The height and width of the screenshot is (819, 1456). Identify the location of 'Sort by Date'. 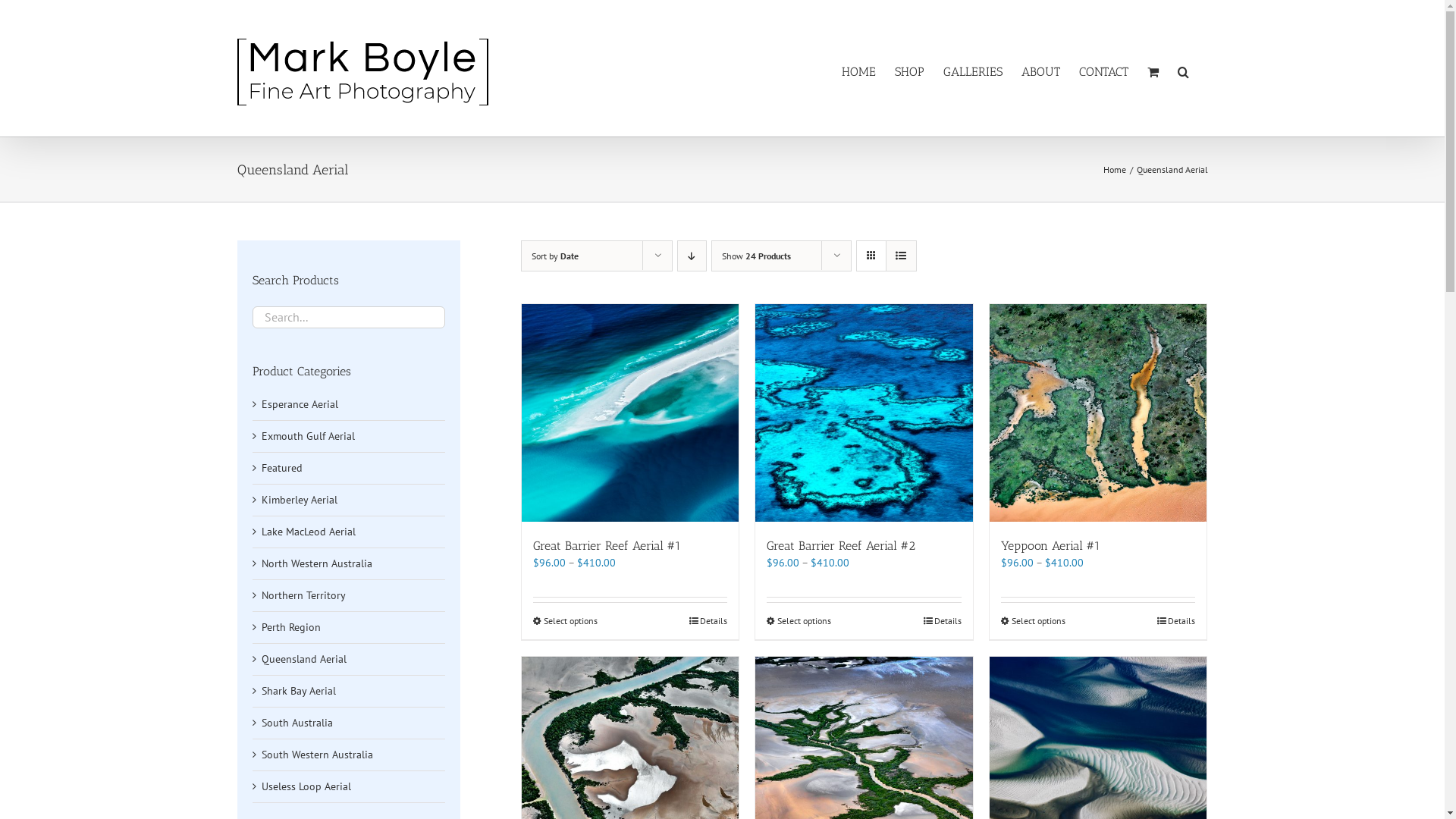
(531, 255).